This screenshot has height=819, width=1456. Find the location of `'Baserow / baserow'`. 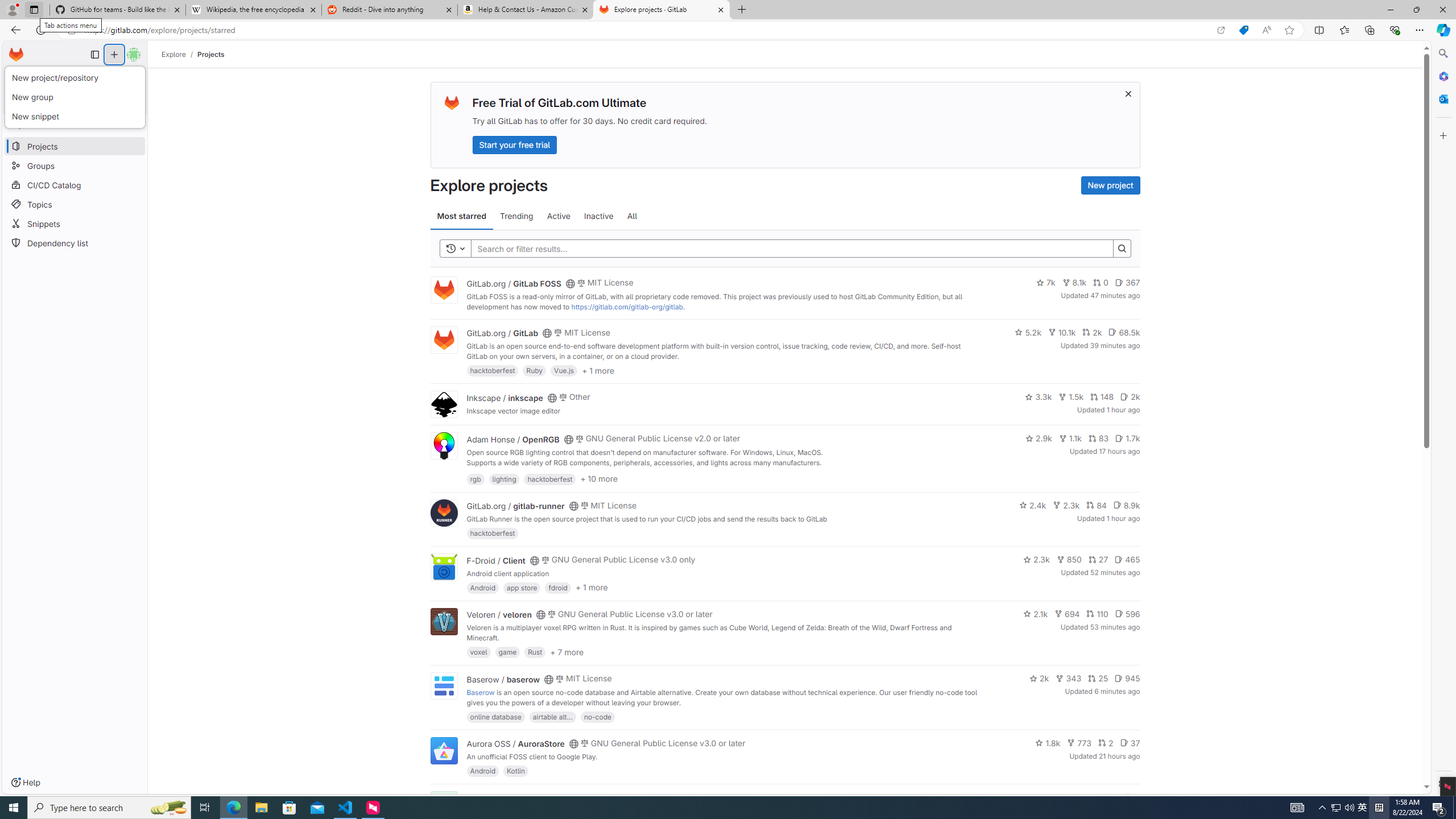

'Baserow / baserow' is located at coordinates (503, 678).